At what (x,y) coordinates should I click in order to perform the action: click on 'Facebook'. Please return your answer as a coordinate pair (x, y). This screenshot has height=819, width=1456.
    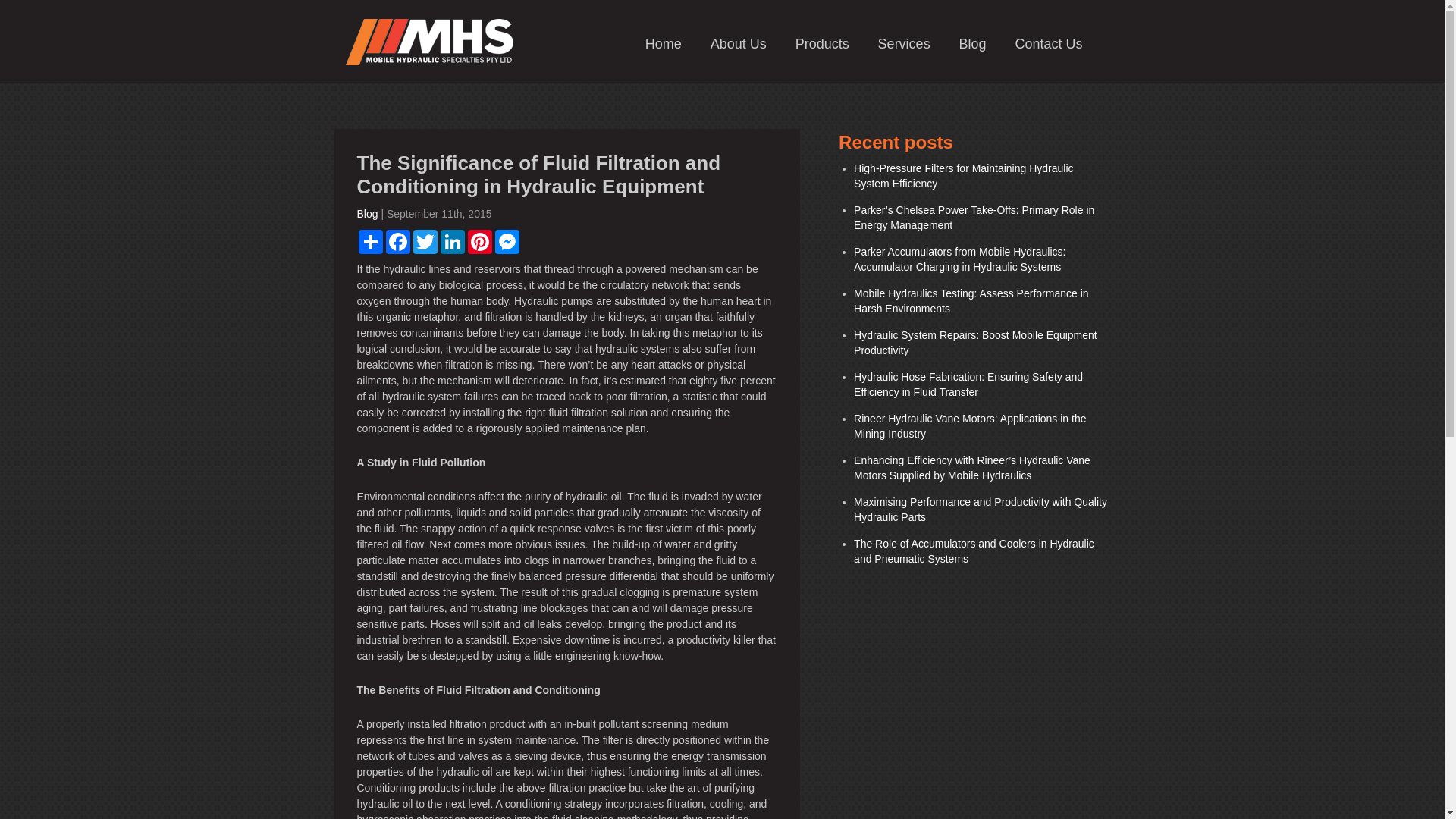
    Looking at the image, I should click on (397, 241).